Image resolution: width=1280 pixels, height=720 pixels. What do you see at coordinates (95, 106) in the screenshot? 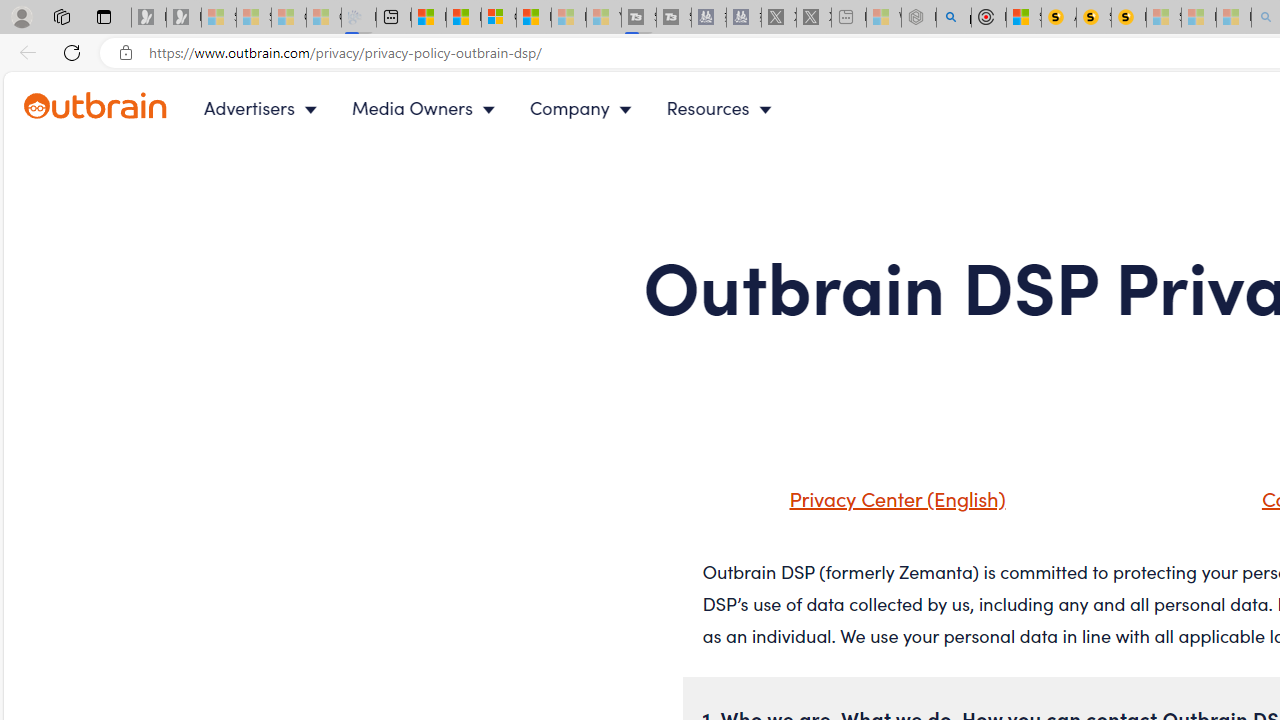
I see `'Outbrain logo - link to homepage'` at bounding box center [95, 106].